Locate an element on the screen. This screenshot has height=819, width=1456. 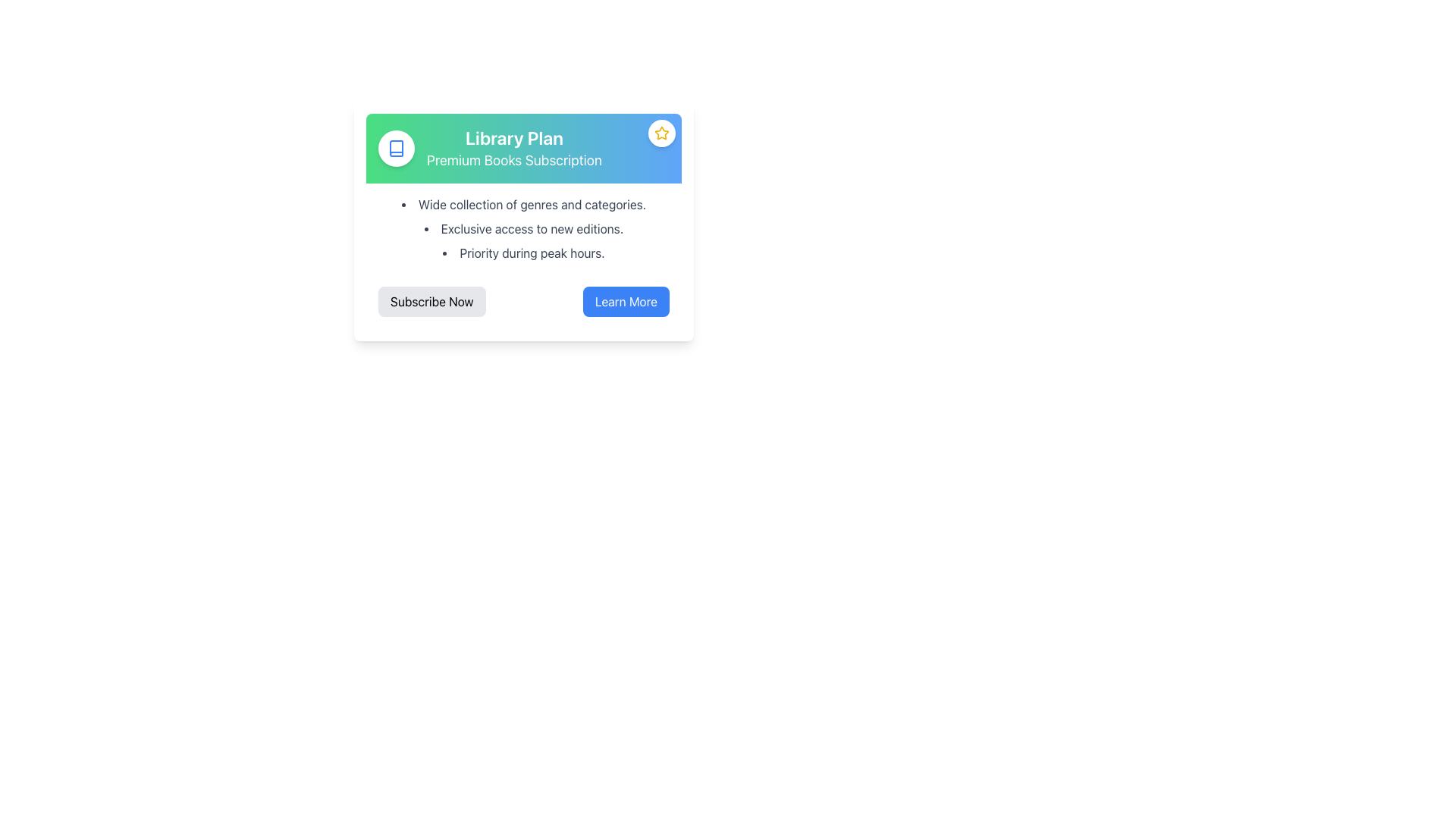
the prominent header text element indicating the plan name or title, located at the top-left area of the card interface is located at coordinates (514, 137).